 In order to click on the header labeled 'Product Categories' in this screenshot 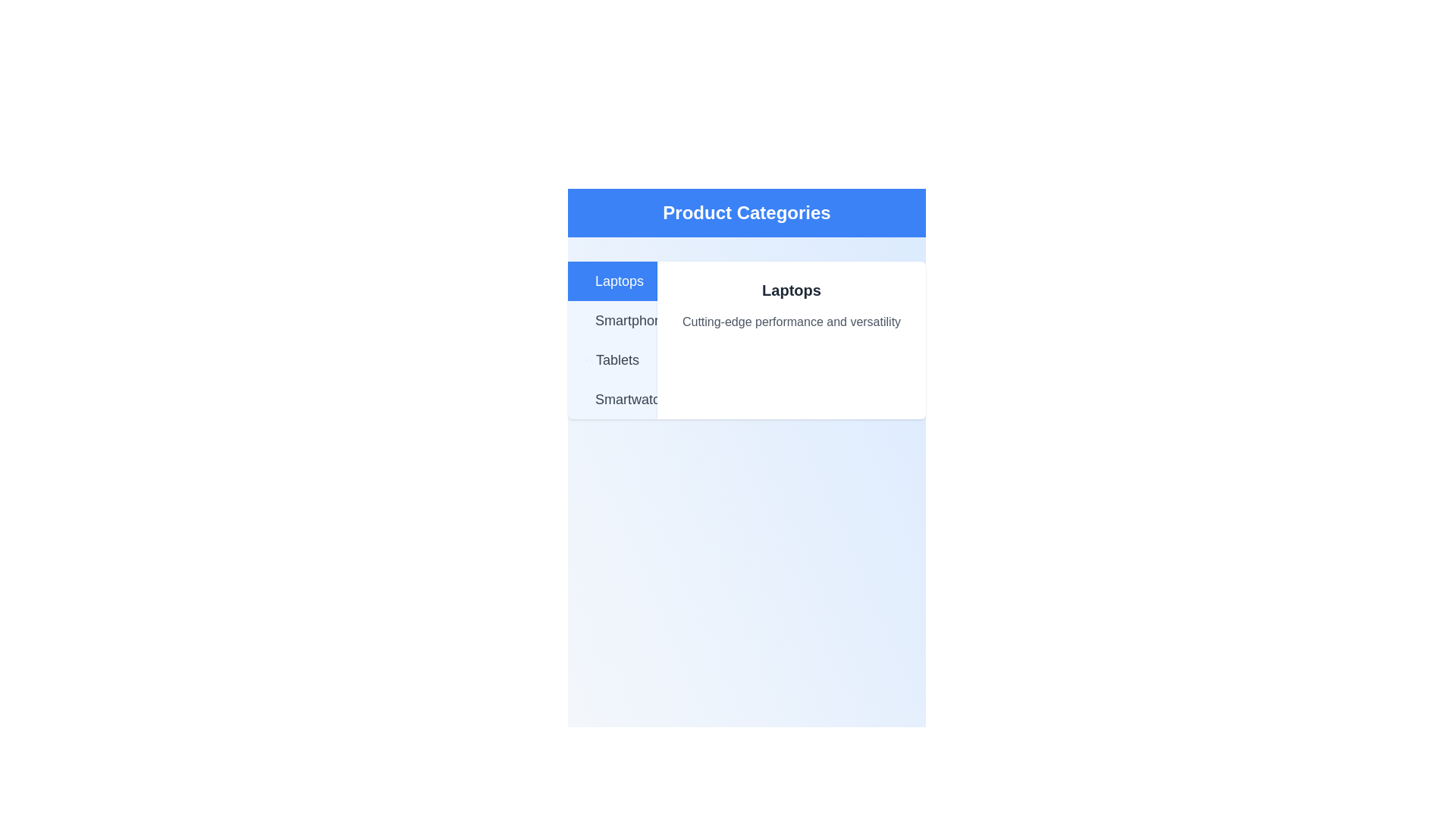, I will do `click(746, 213)`.